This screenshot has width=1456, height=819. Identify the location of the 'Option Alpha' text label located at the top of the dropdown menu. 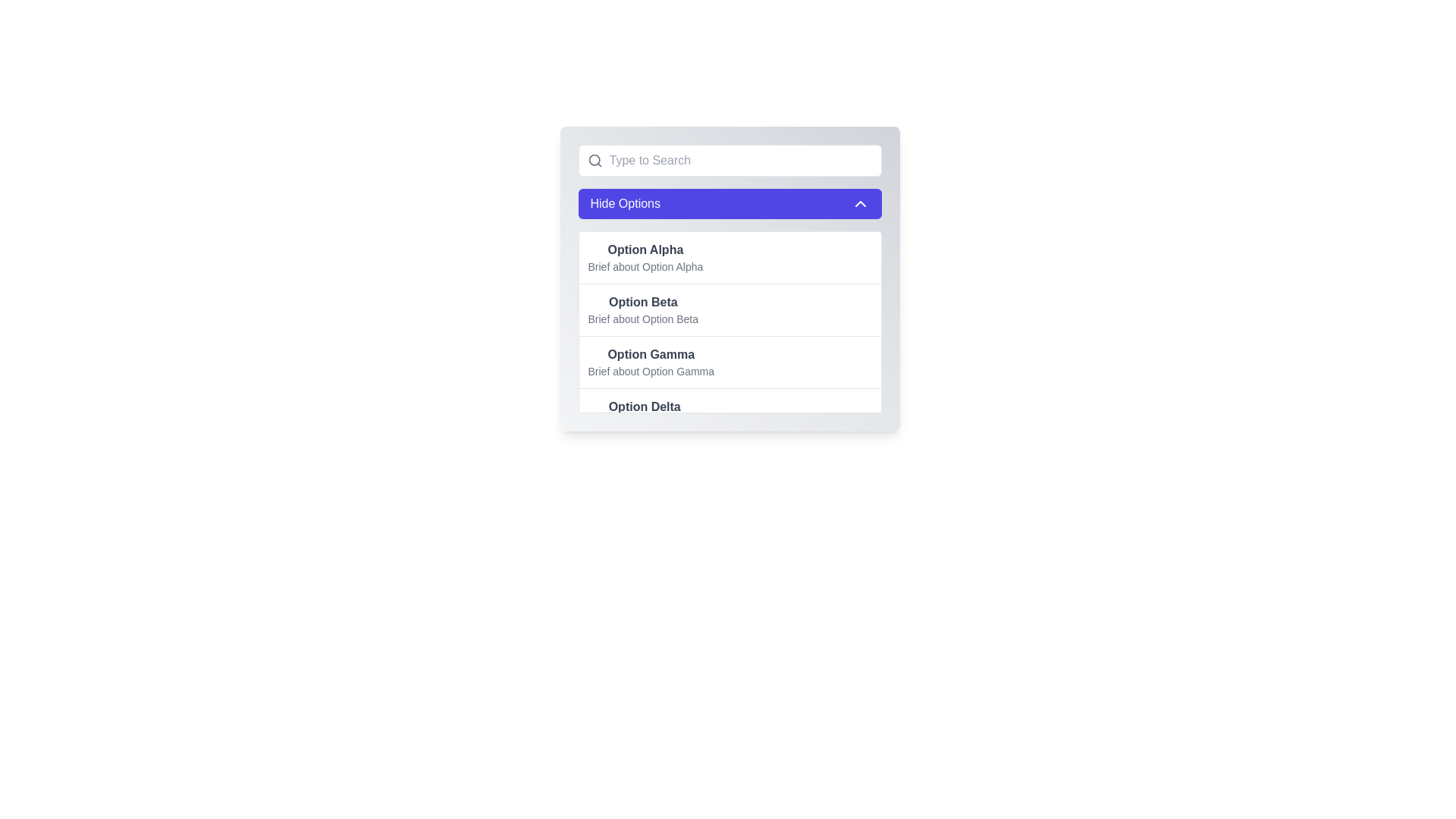
(645, 249).